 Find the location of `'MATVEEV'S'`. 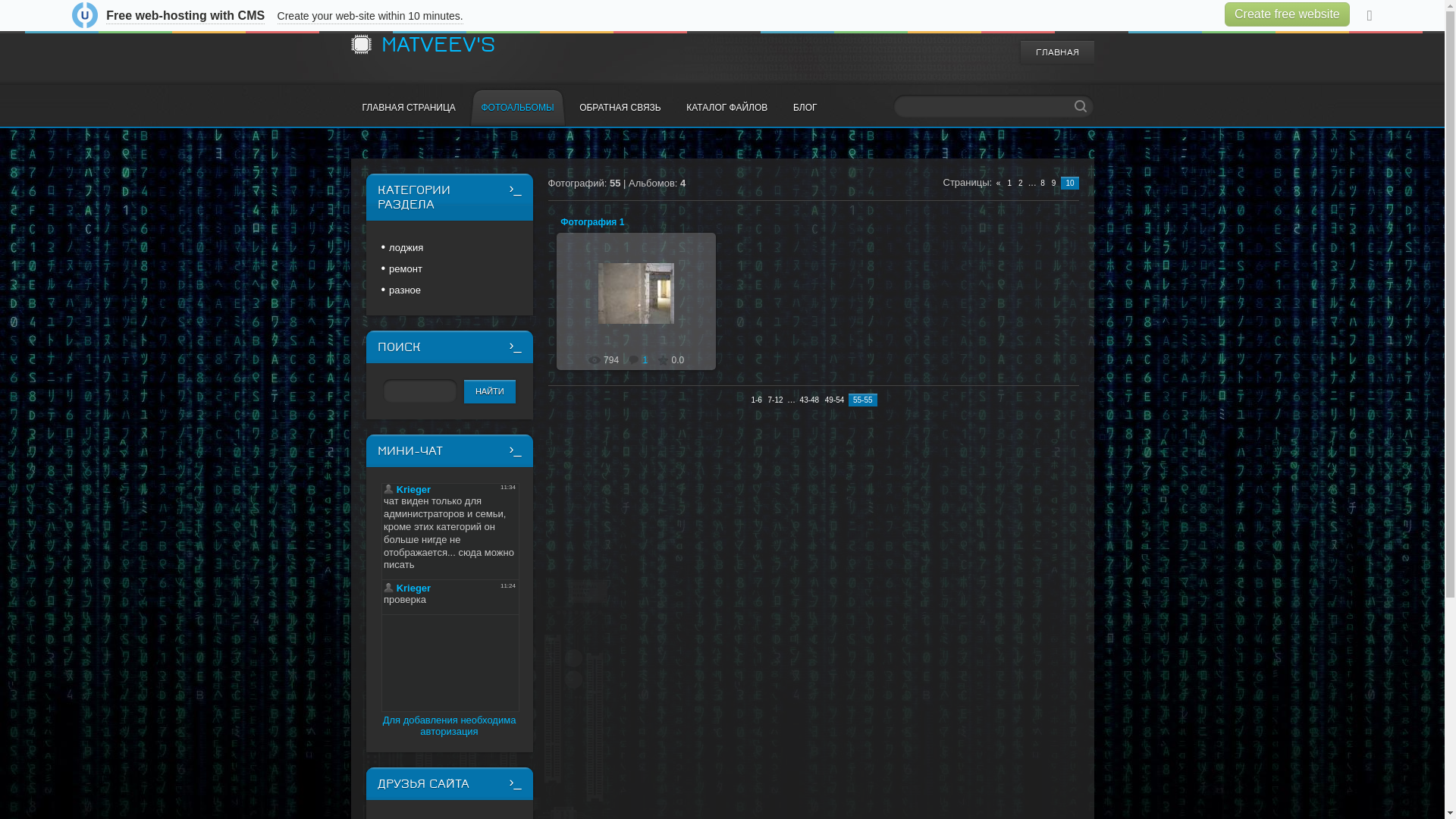

'MATVEEV'S' is located at coordinates (436, 43).